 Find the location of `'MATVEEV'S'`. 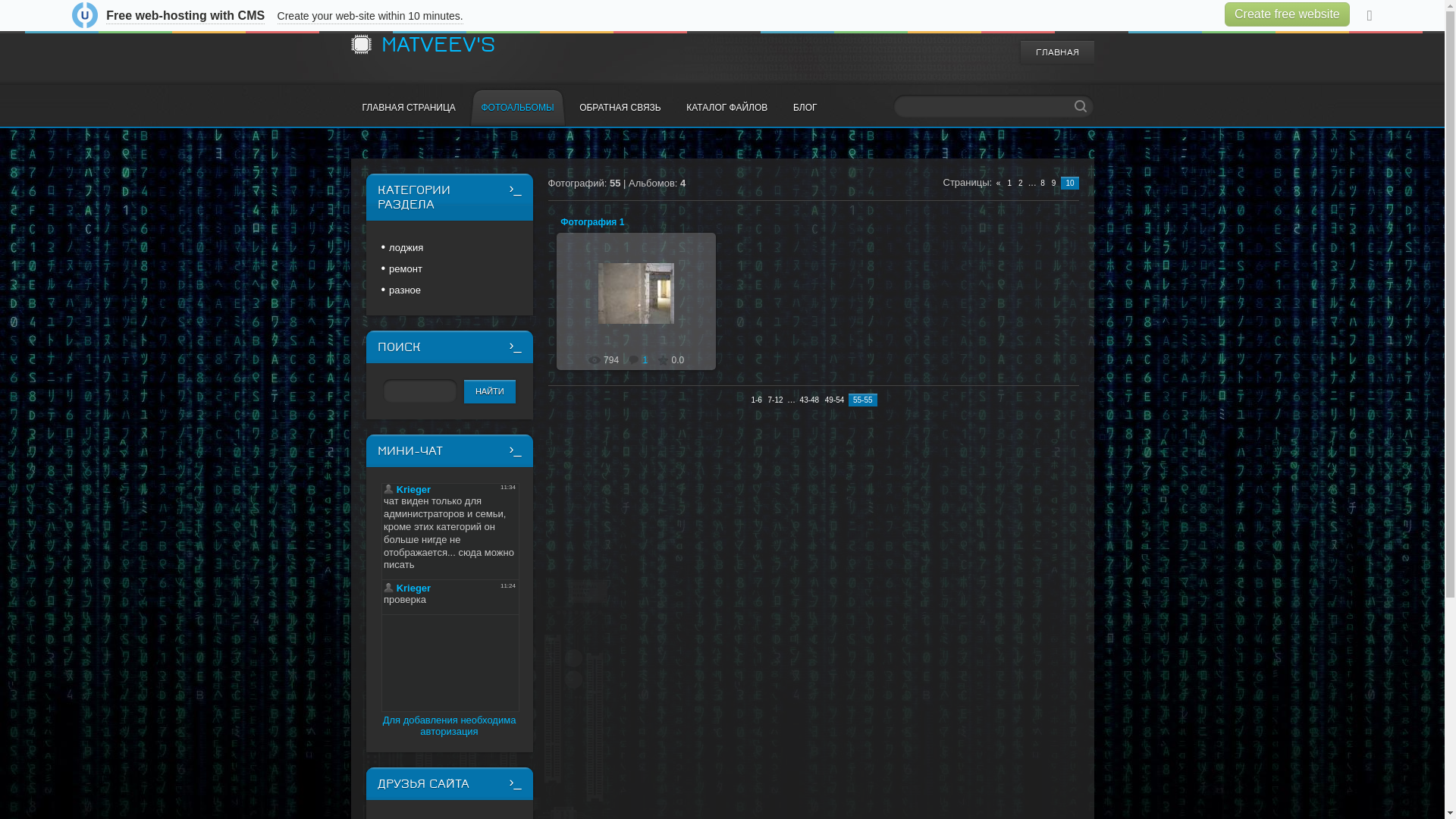

'MATVEEV'S' is located at coordinates (436, 43).